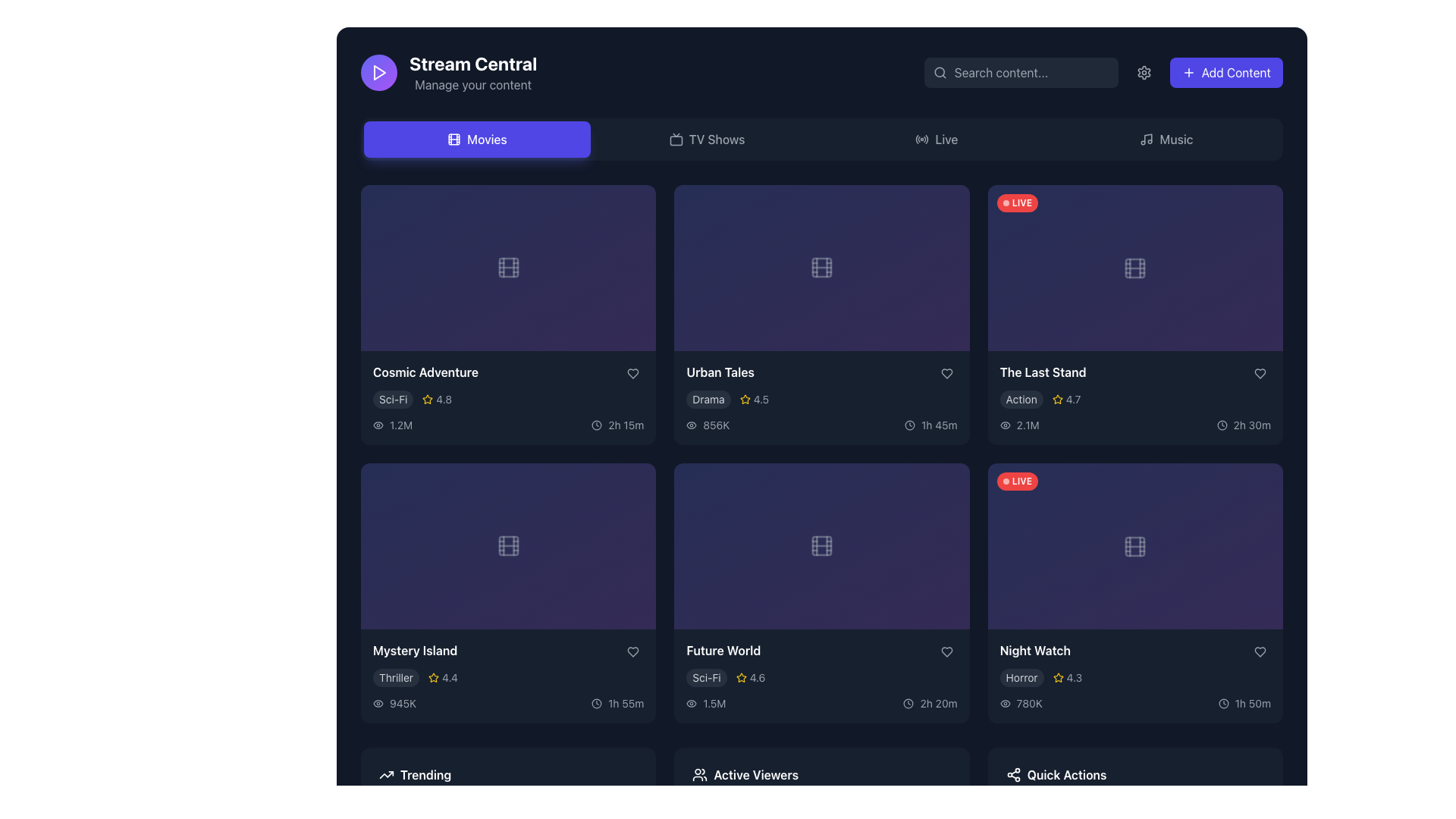  What do you see at coordinates (1226, 73) in the screenshot?
I see `the add content button located in the top-right corner of the interface` at bounding box center [1226, 73].